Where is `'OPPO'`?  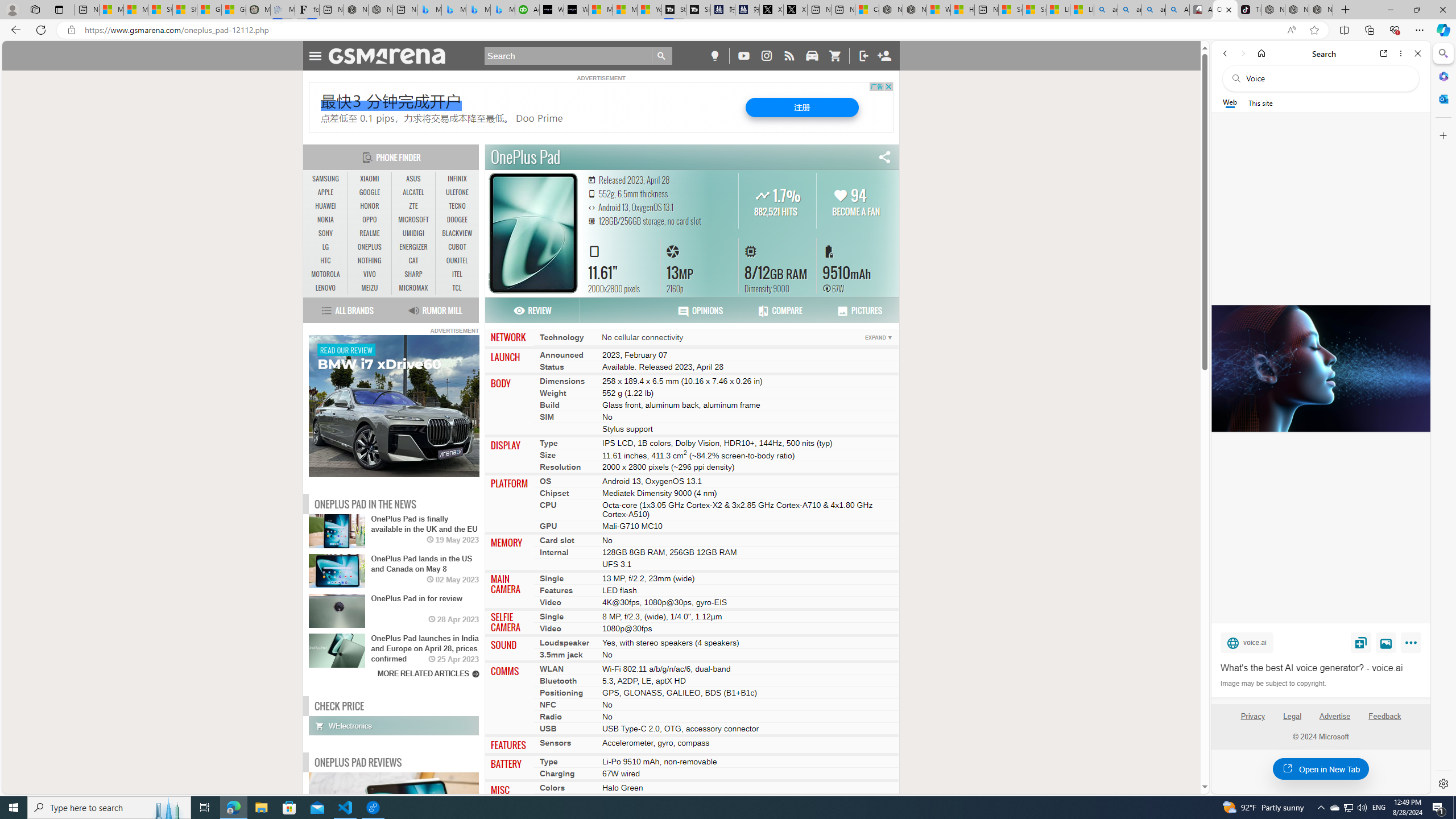 'OPPO' is located at coordinates (369, 220).